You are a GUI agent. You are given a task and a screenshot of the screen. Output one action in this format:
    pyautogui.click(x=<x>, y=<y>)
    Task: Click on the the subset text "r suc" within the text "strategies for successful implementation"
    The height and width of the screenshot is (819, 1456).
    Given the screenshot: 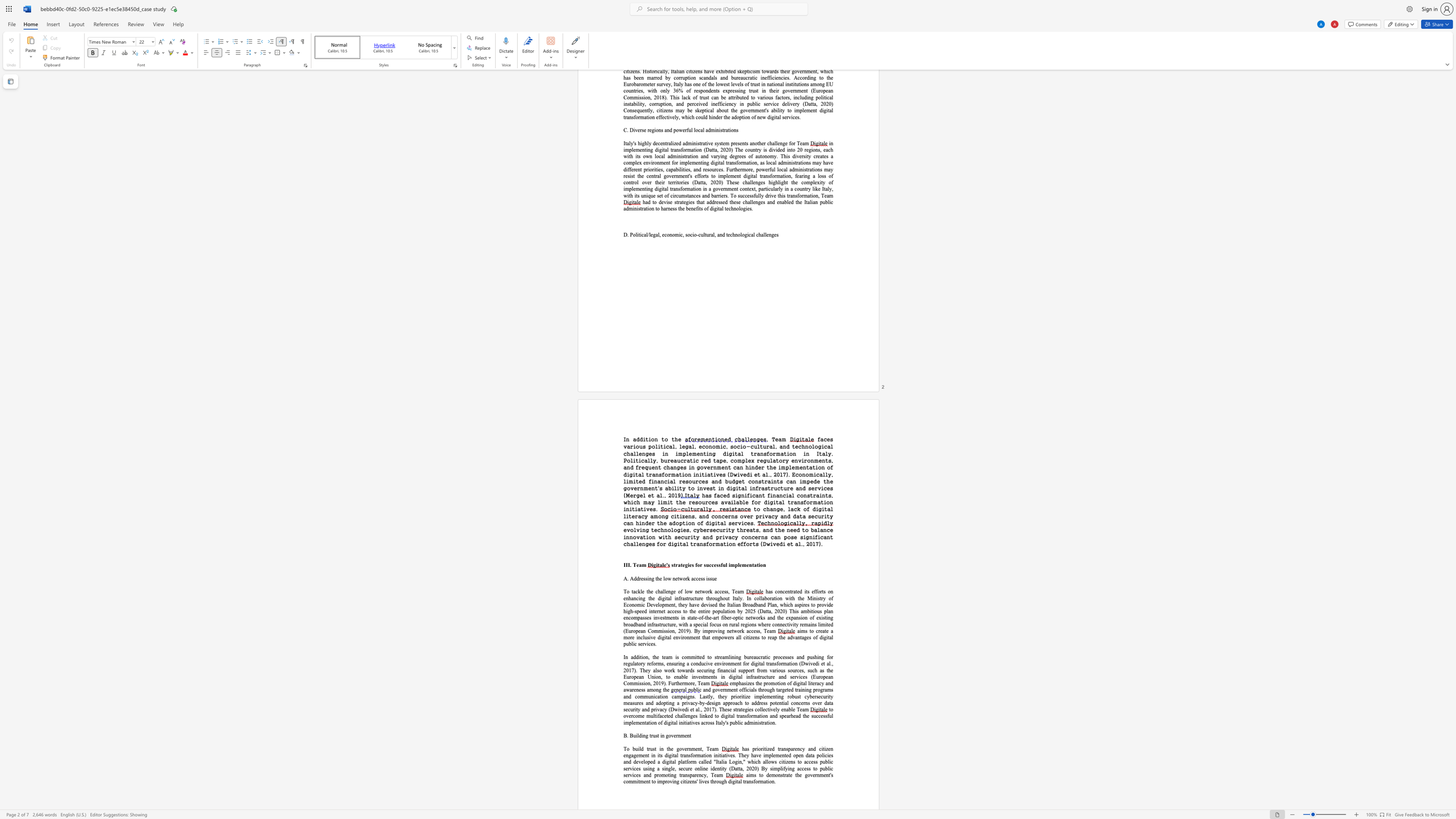 What is the action you would take?
    pyautogui.click(x=699, y=564)
    